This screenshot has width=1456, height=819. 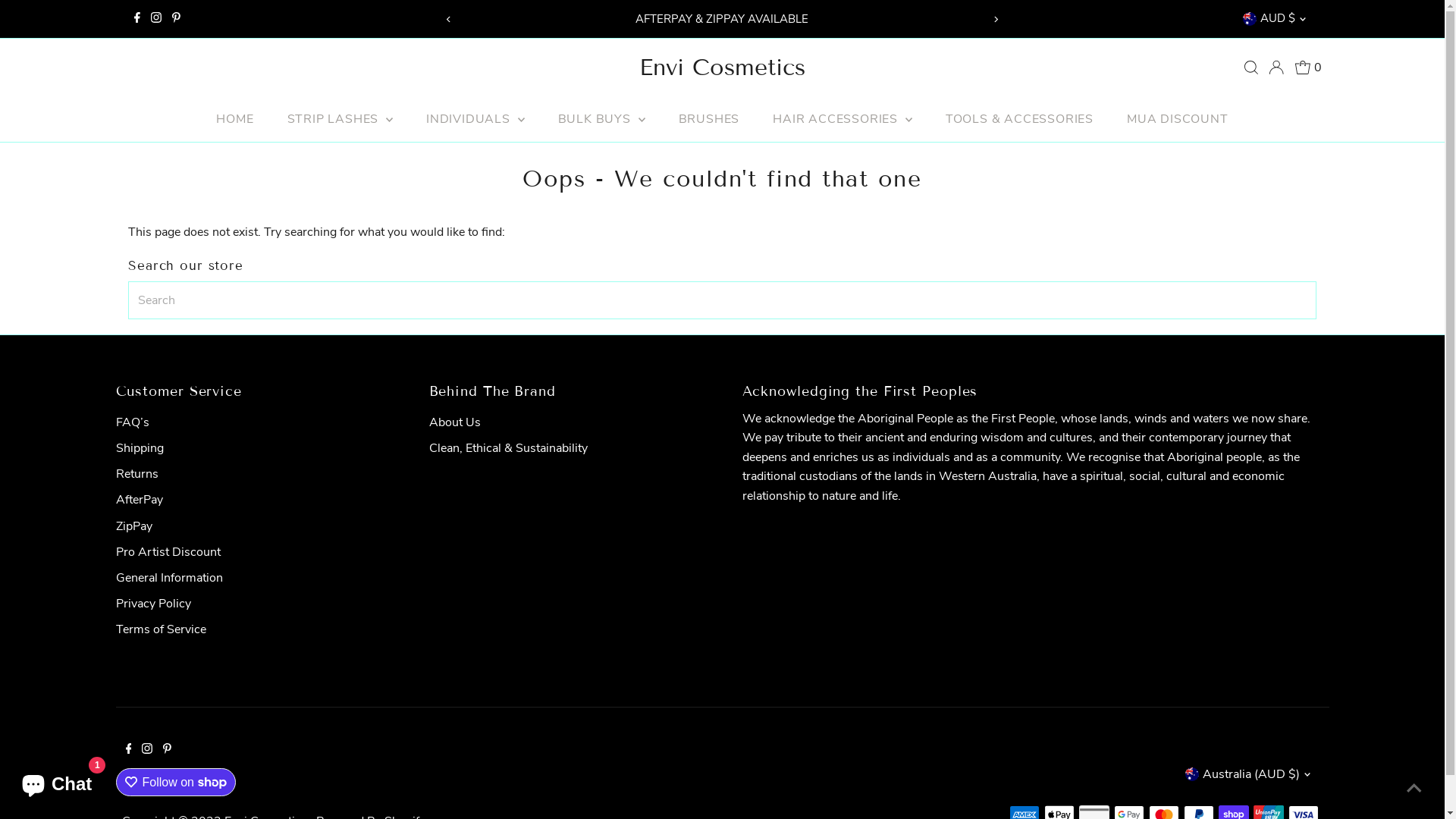 What do you see at coordinates (136, 472) in the screenshot?
I see `'Returns'` at bounding box center [136, 472].